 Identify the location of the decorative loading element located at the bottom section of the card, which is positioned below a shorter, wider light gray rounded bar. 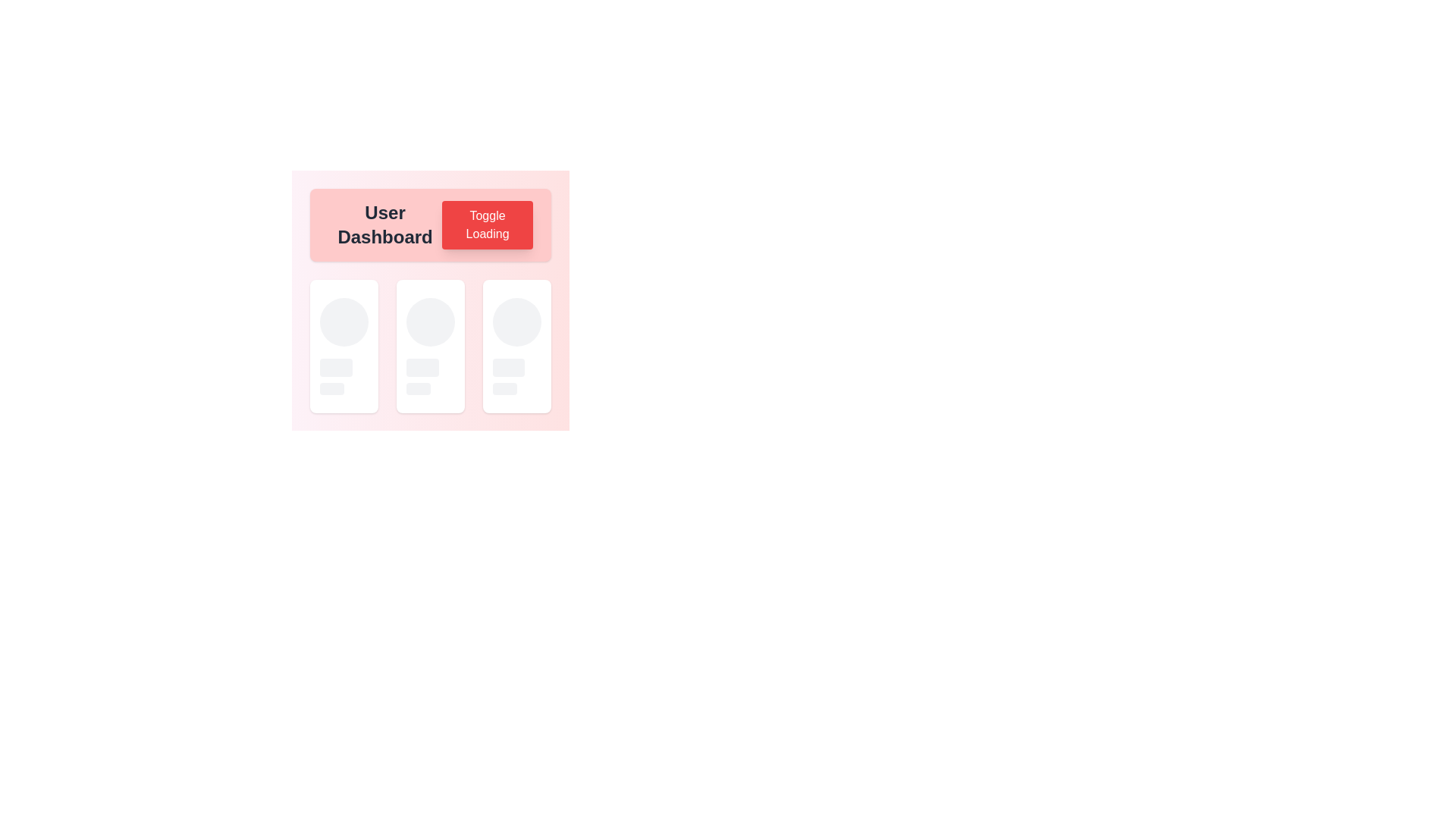
(331, 388).